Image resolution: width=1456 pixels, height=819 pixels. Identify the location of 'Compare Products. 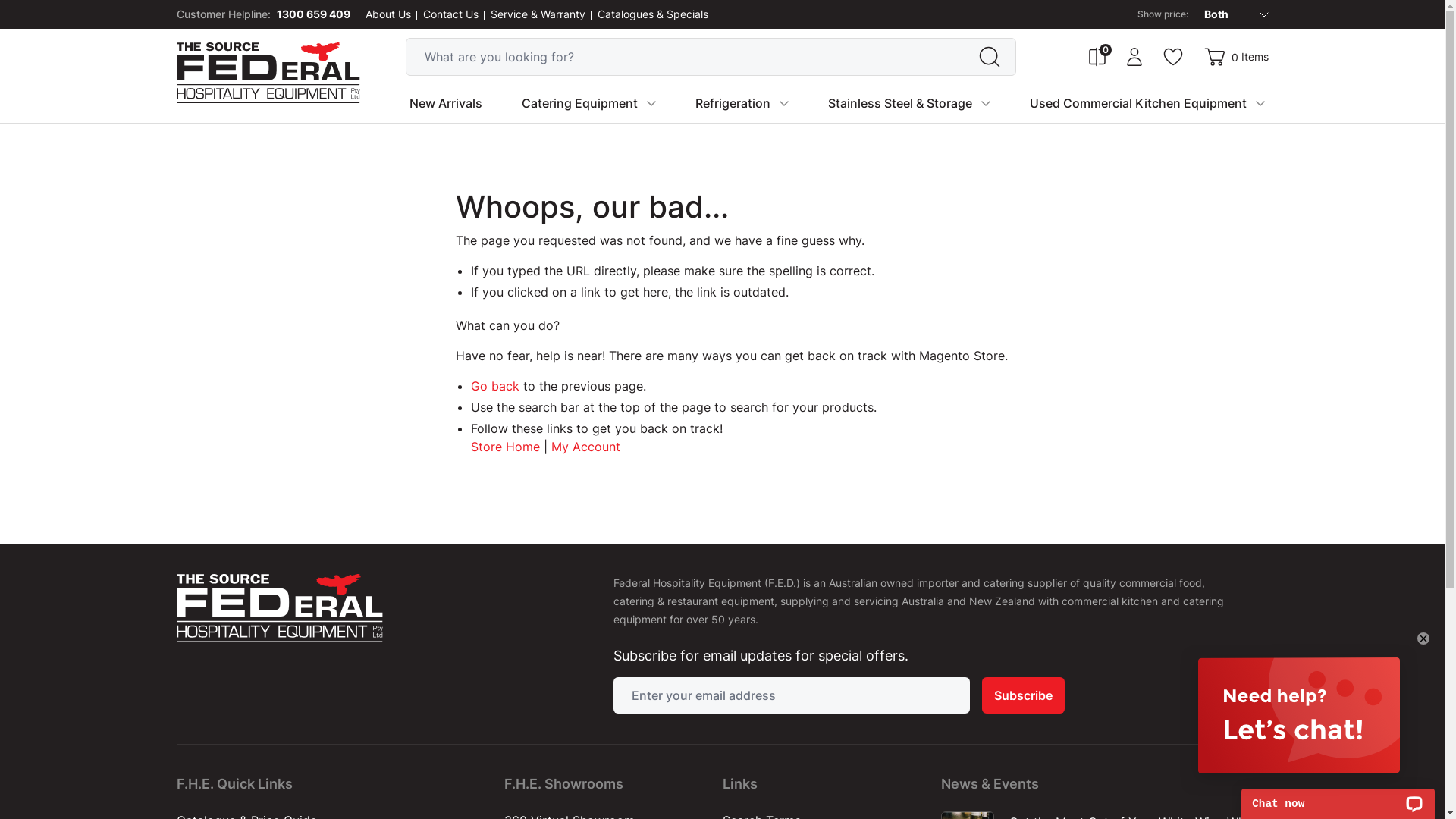
(1097, 55).